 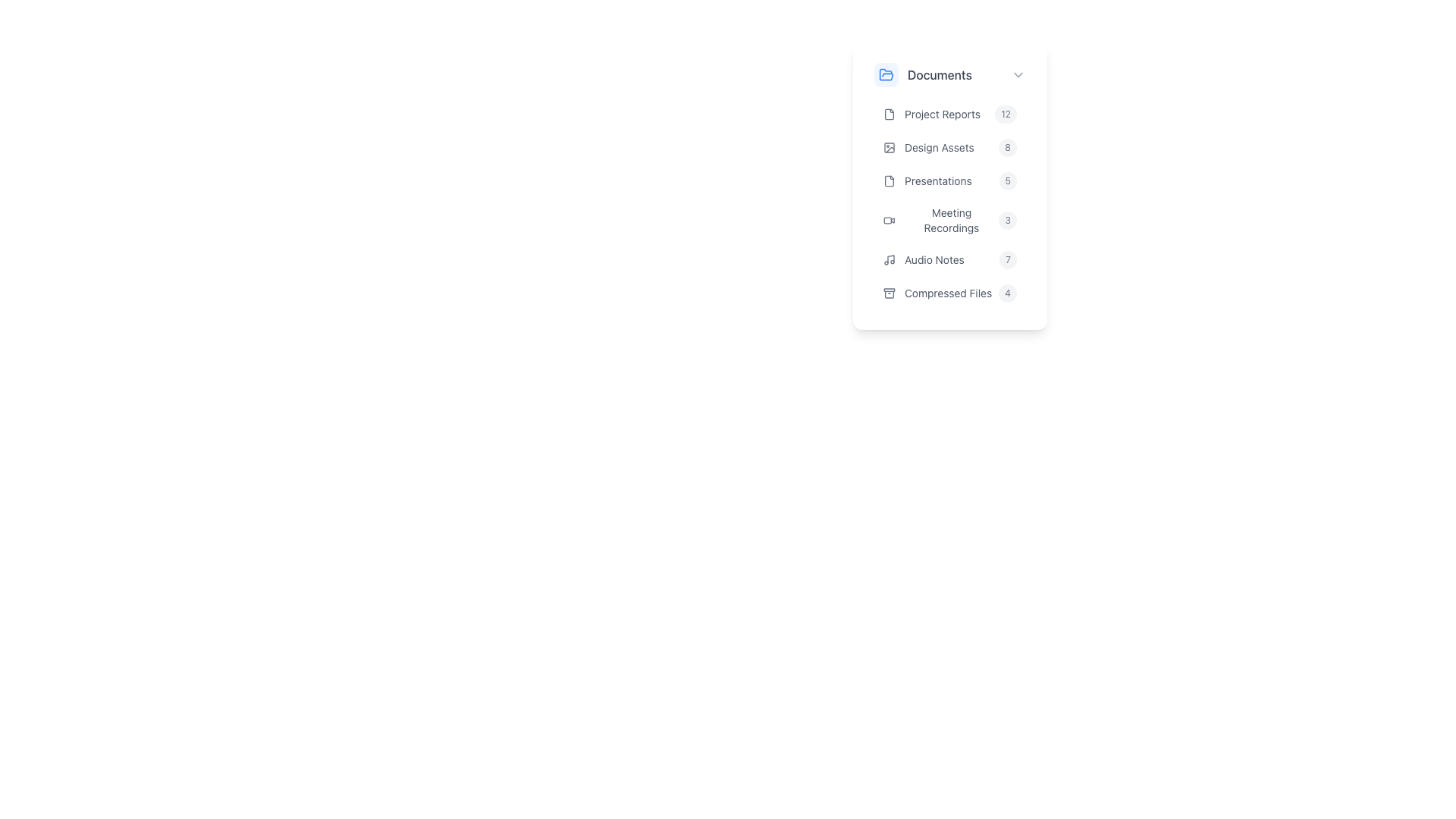 What do you see at coordinates (889, 148) in the screenshot?
I see `the SVG Shape (Rounded Rectangle) that represents a specific functionality or label, located near the 'Design Assets' list item` at bounding box center [889, 148].